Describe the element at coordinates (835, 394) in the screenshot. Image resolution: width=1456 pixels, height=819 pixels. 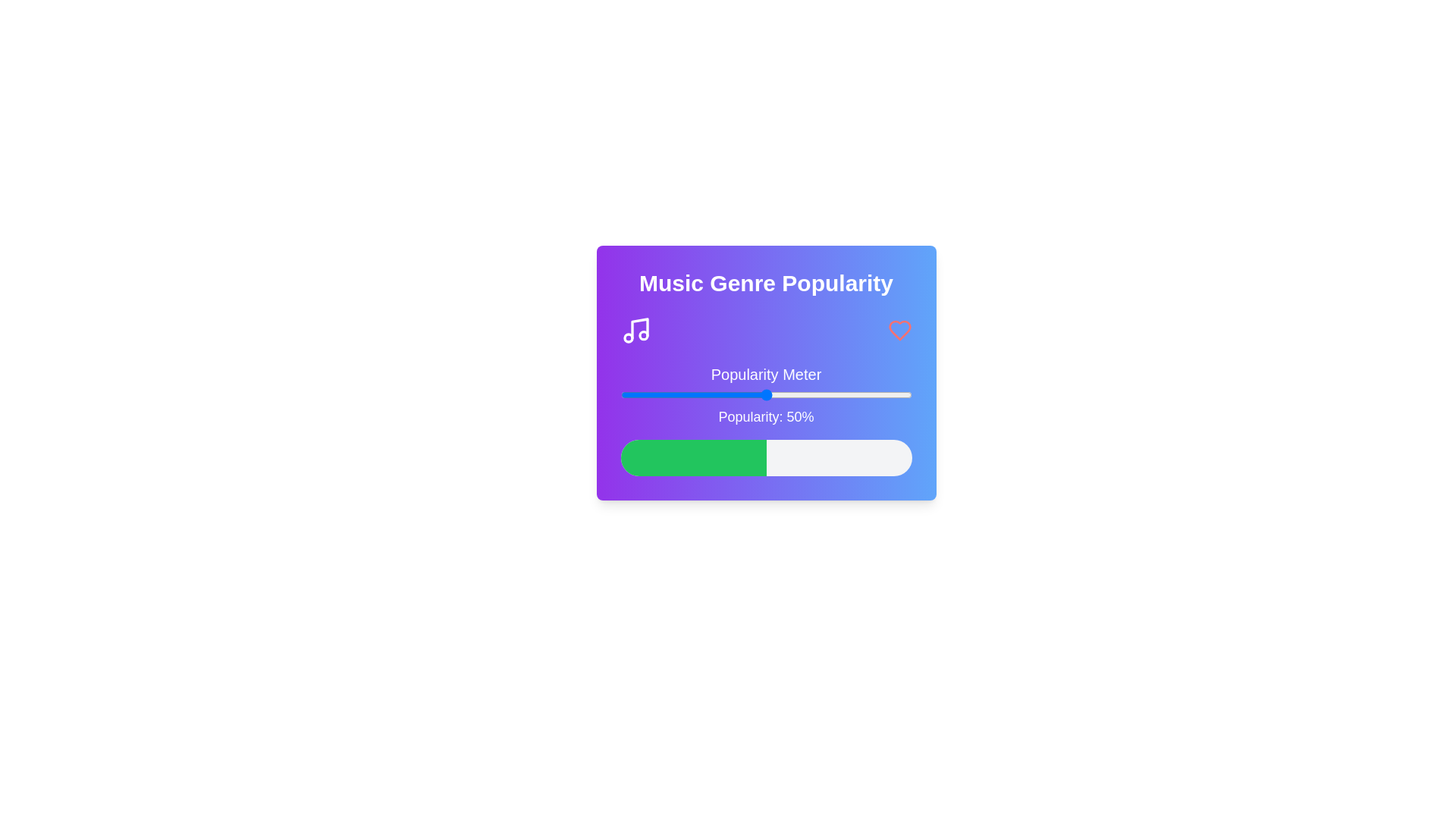
I see `the popularity slider to 74%` at that location.